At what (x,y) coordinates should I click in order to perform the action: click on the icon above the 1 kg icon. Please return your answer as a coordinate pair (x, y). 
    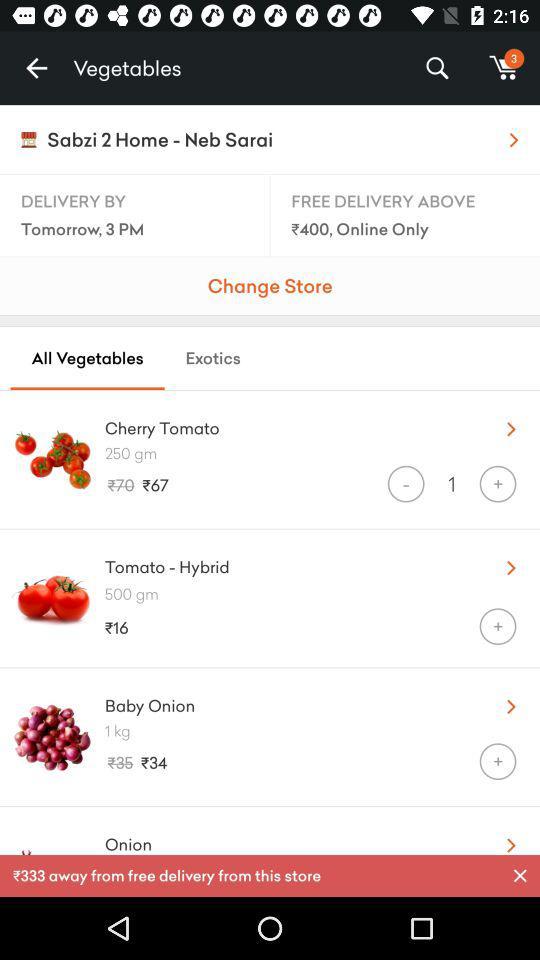
    Looking at the image, I should click on (287, 701).